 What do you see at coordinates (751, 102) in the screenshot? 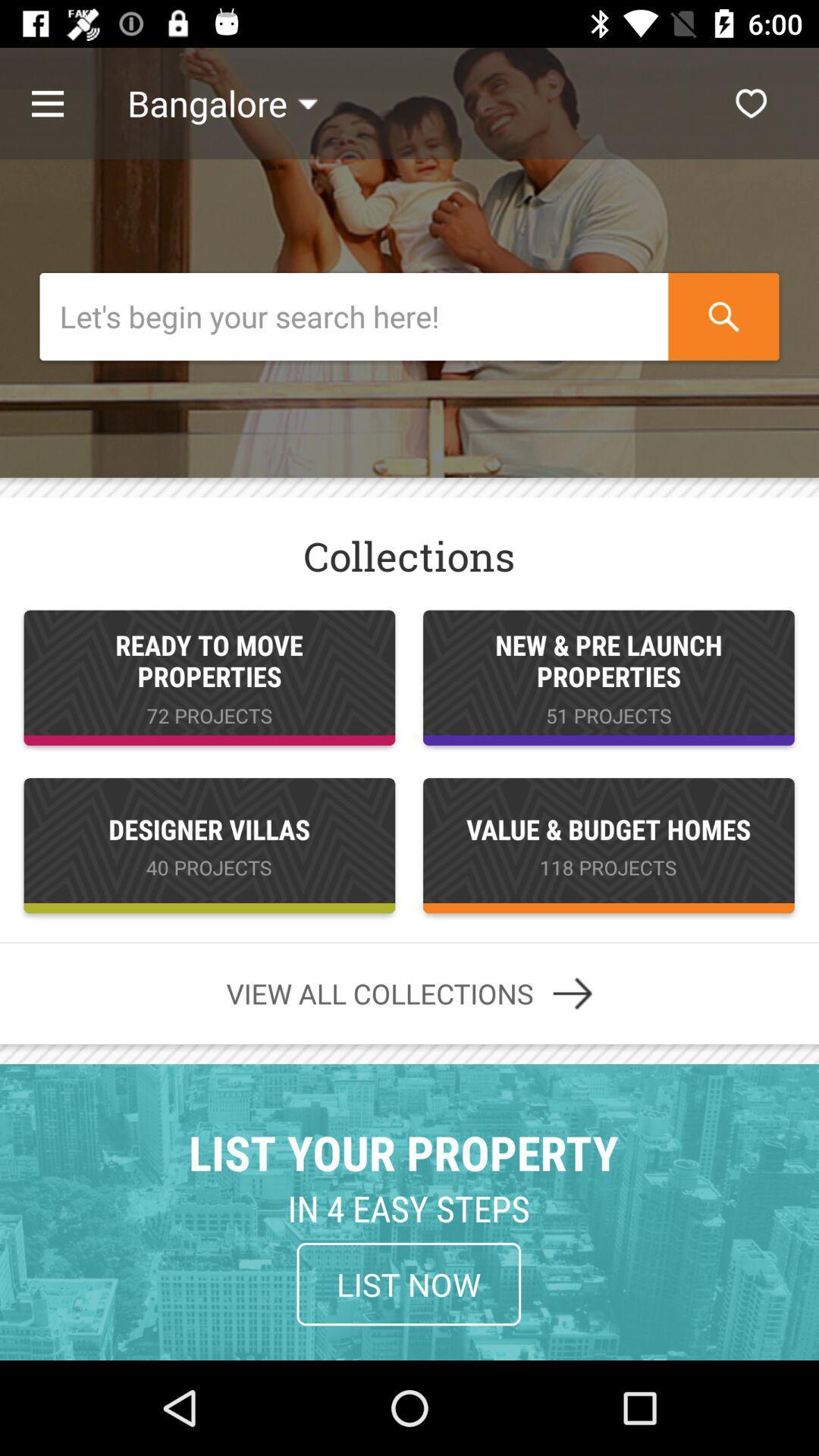
I see `to favorites` at bounding box center [751, 102].